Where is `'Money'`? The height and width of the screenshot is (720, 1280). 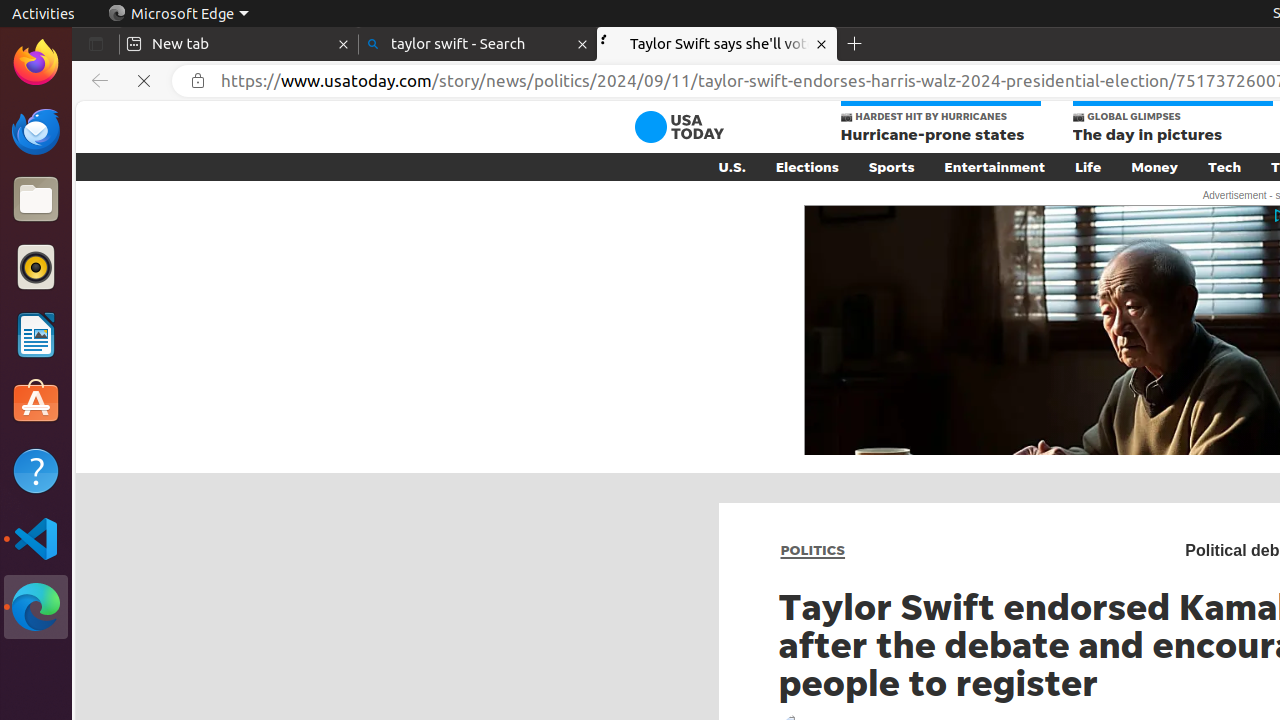 'Money' is located at coordinates (1154, 165).